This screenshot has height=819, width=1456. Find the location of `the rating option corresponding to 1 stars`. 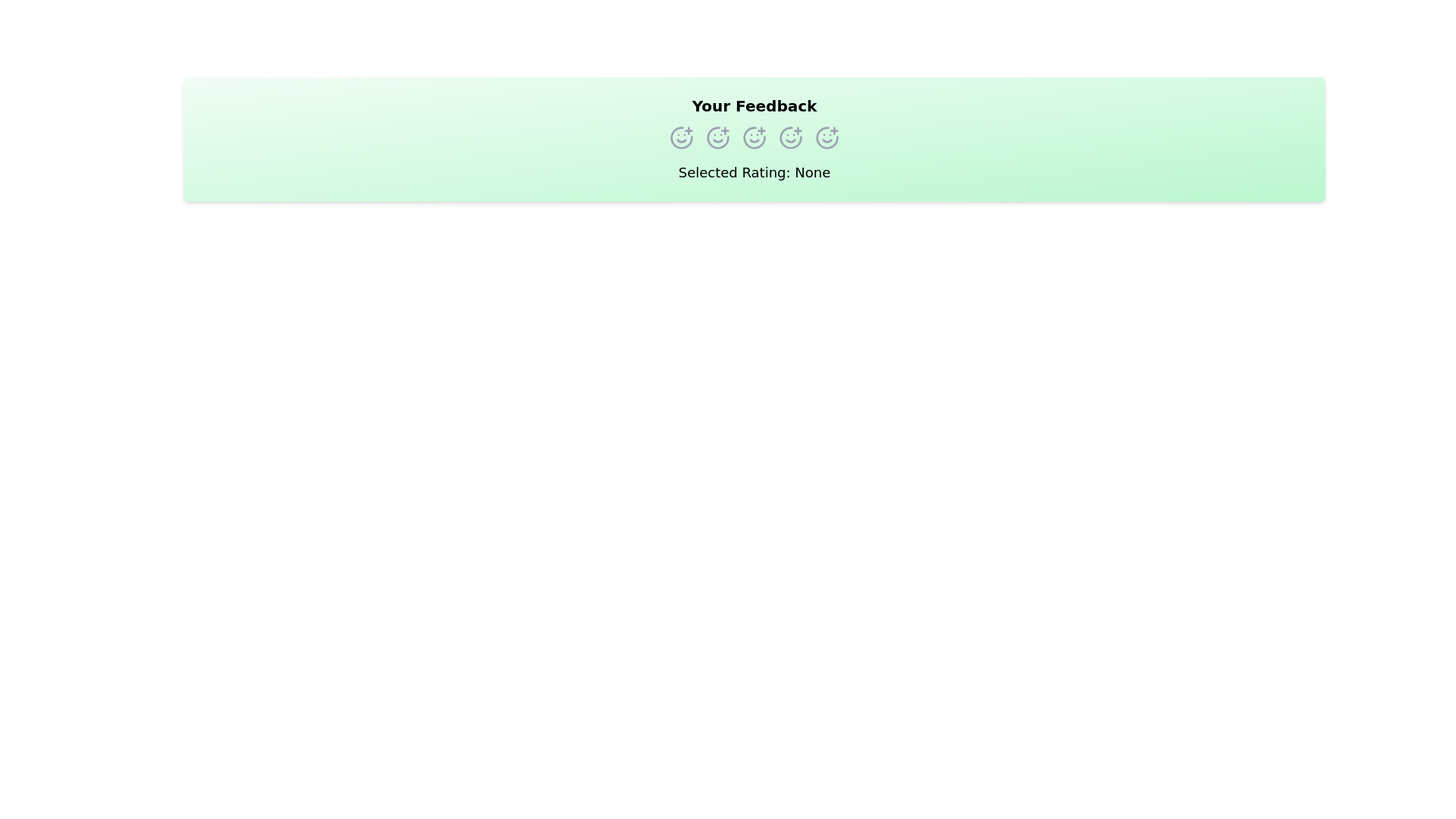

the rating option corresponding to 1 stars is located at coordinates (680, 137).